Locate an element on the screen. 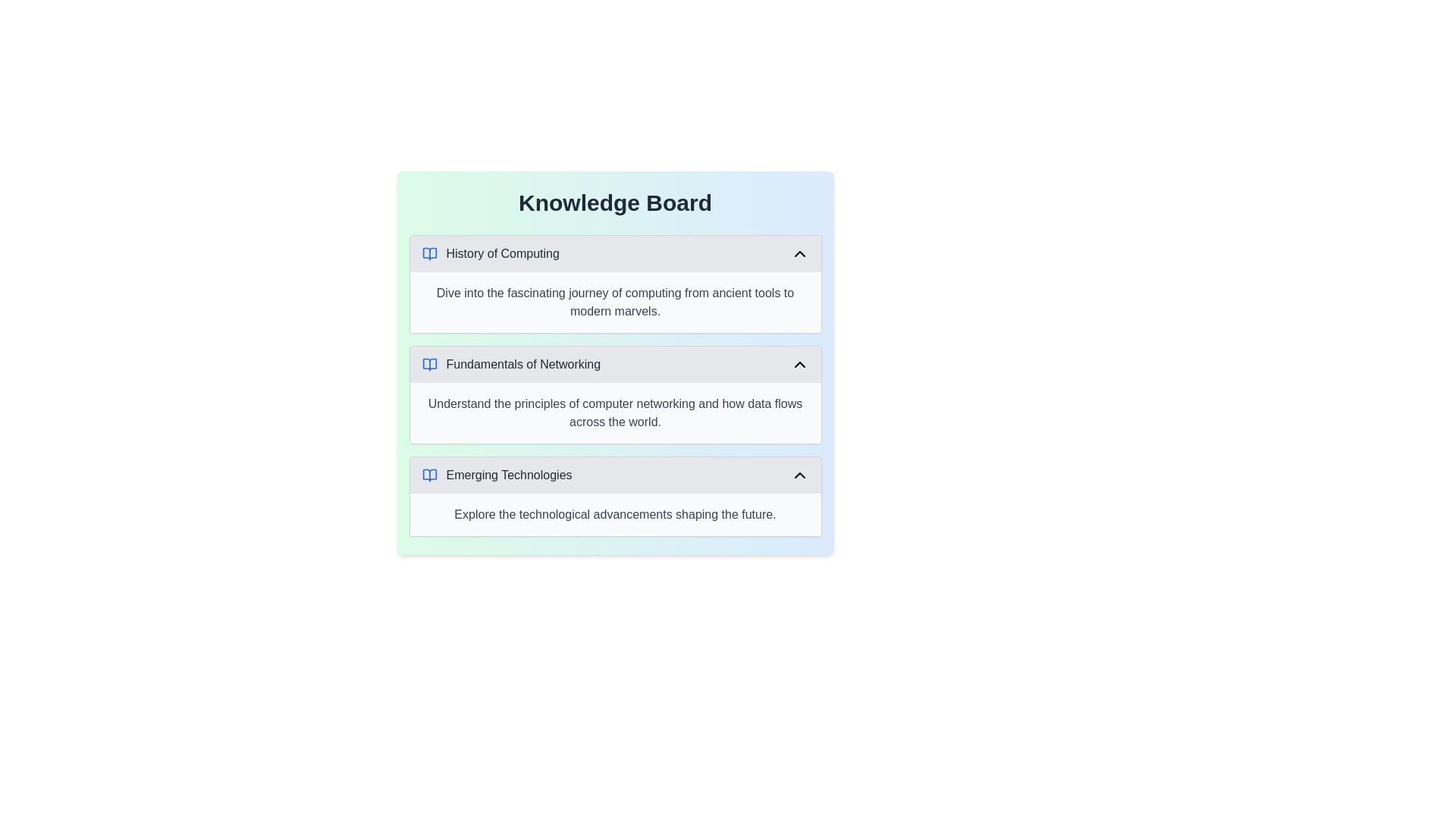 Image resolution: width=1456 pixels, height=819 pixels. the decorative icon associated with the 'History of Computing' text label, located in the first row of a vertically stacked list is located at coordinates (428, 253).